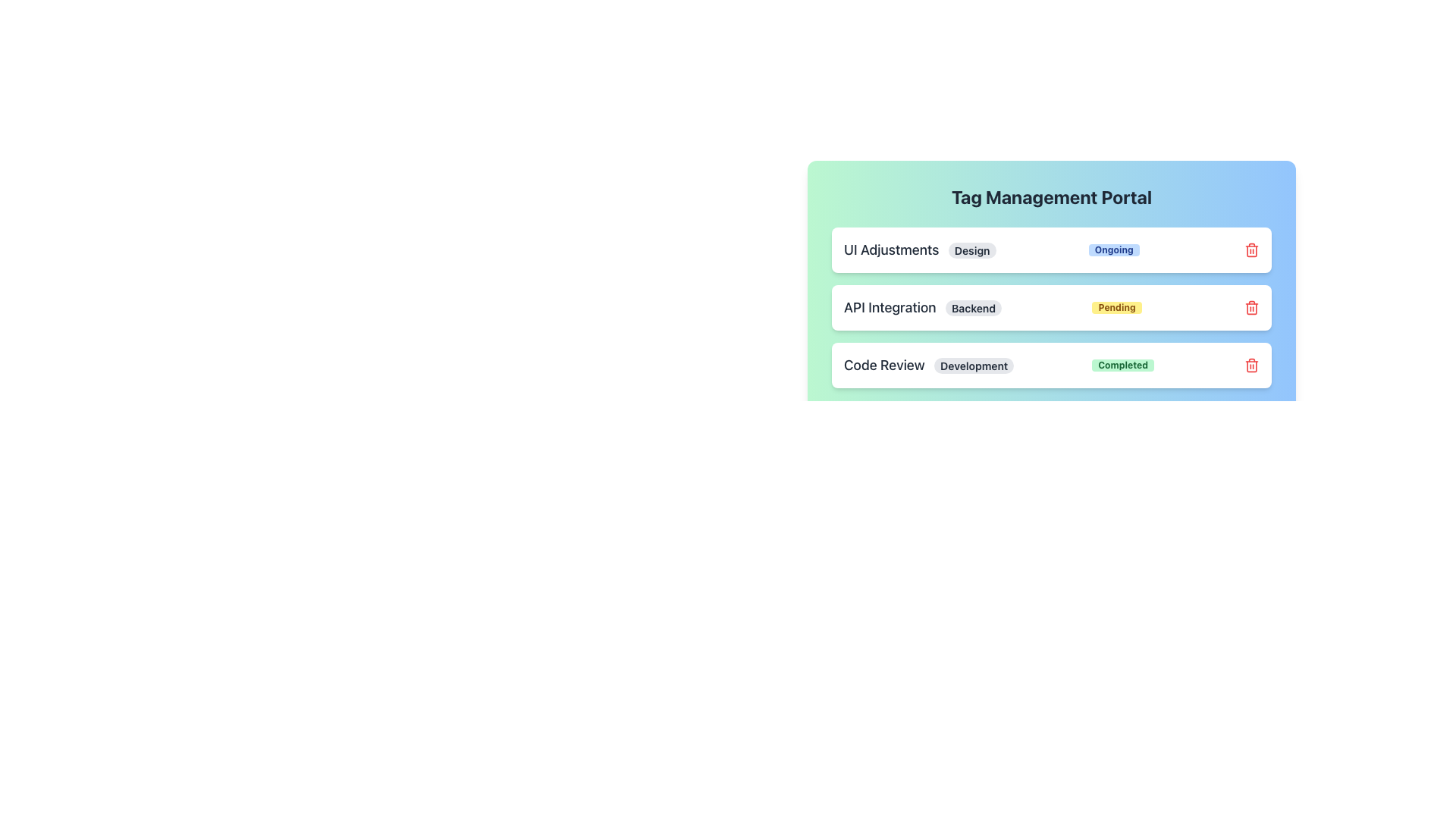 The image size is (1456, 819). Describe the element at coordinates (1117, 307) in the screenshot. I see `text 'Pending' from the status label indicating the current status of the 'API Integration' task, which is located in the middle card of the vertically stacked tasks` at that location.